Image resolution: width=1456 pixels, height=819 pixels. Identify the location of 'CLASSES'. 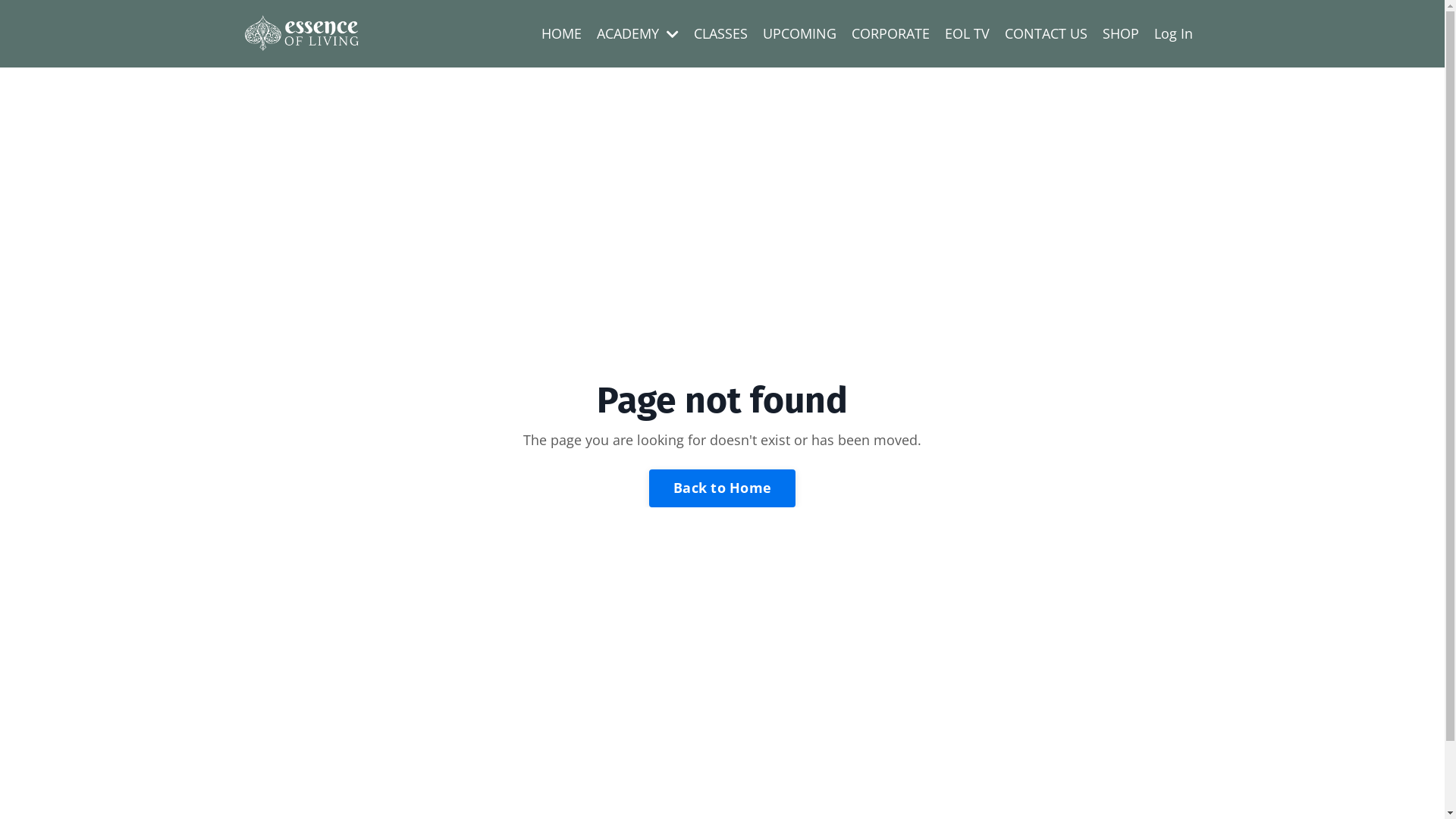
(719, 33).